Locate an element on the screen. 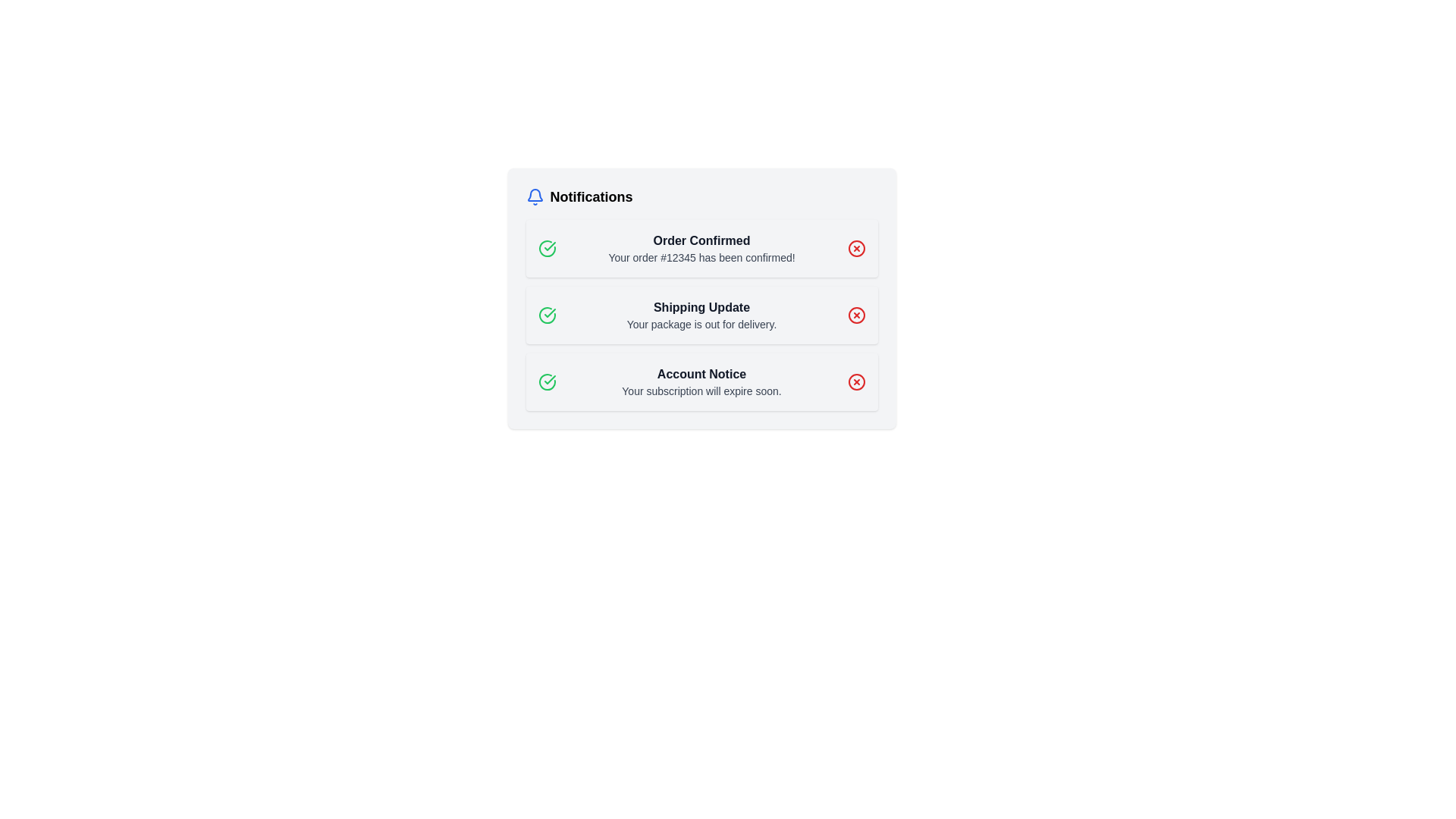 This screenshot has height=819, width=1456. warning or informational message related to the user's subscription status displayed as static text below 'Account Notice' in the third notification card under the 'Notifications' section is located at coordinates (701, 391).